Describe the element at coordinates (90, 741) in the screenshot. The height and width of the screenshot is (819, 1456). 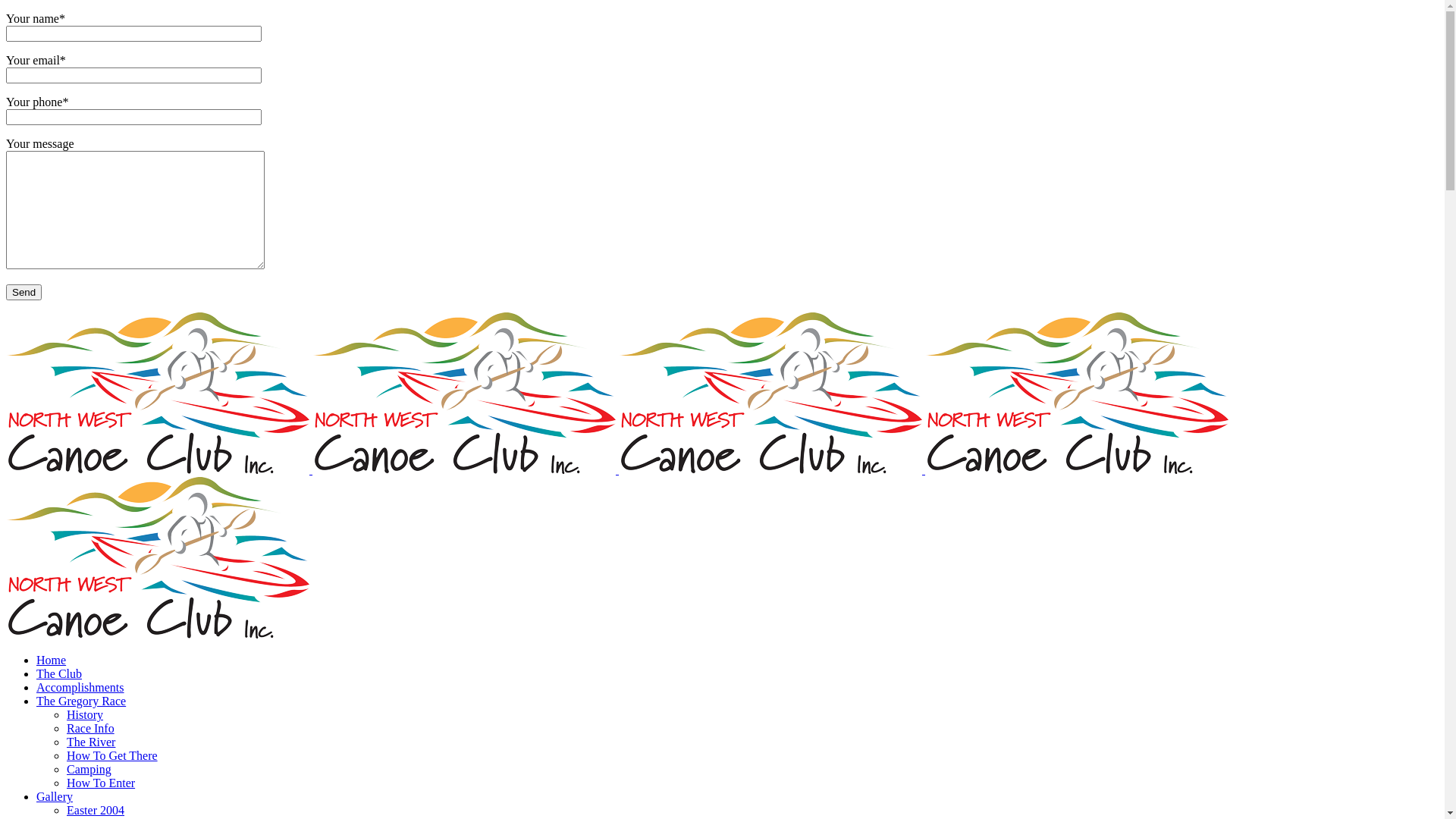
I see `'The River'` at that location.